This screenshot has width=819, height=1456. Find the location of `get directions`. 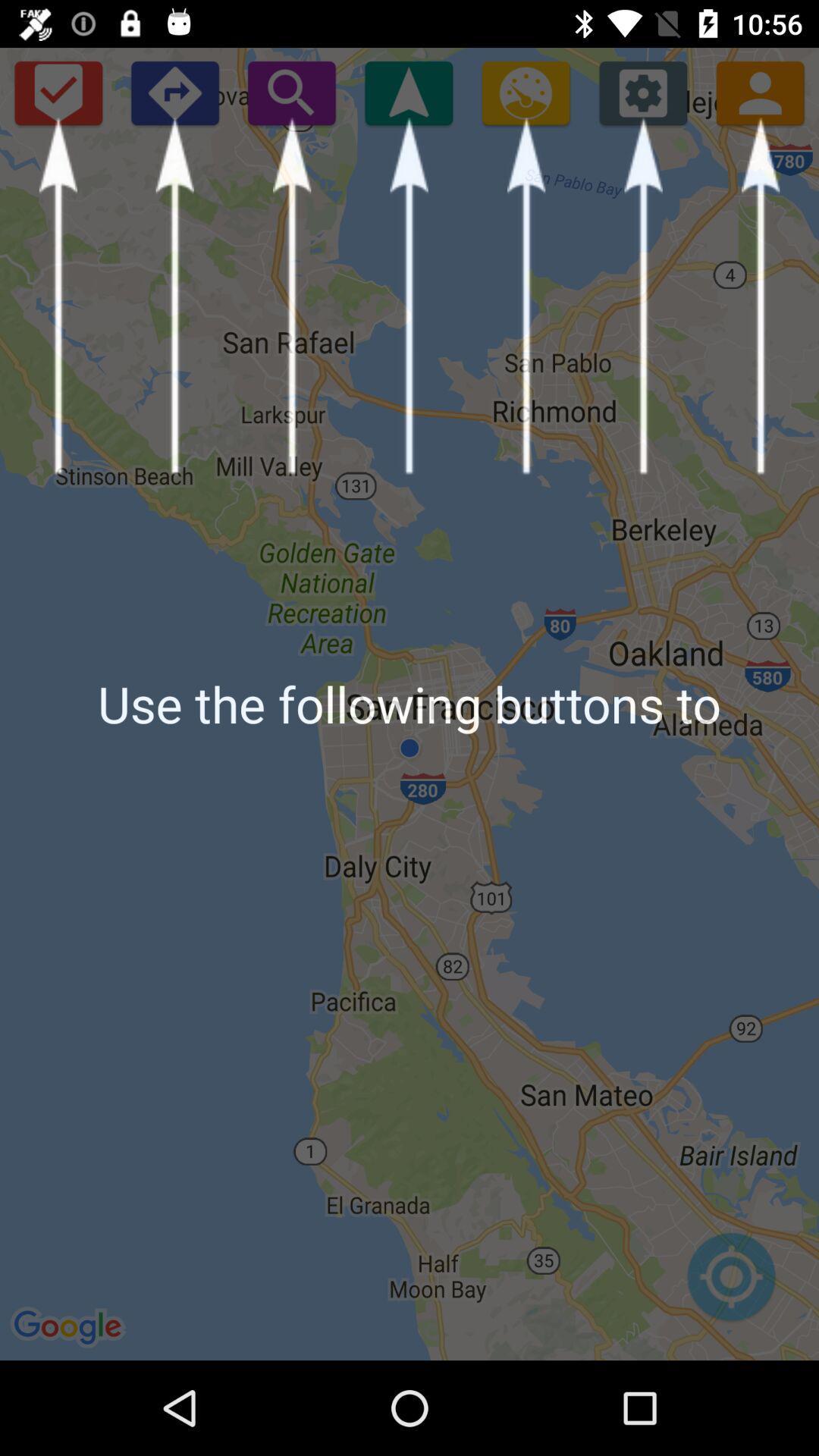

get directions is located at coordinates (174, 92).